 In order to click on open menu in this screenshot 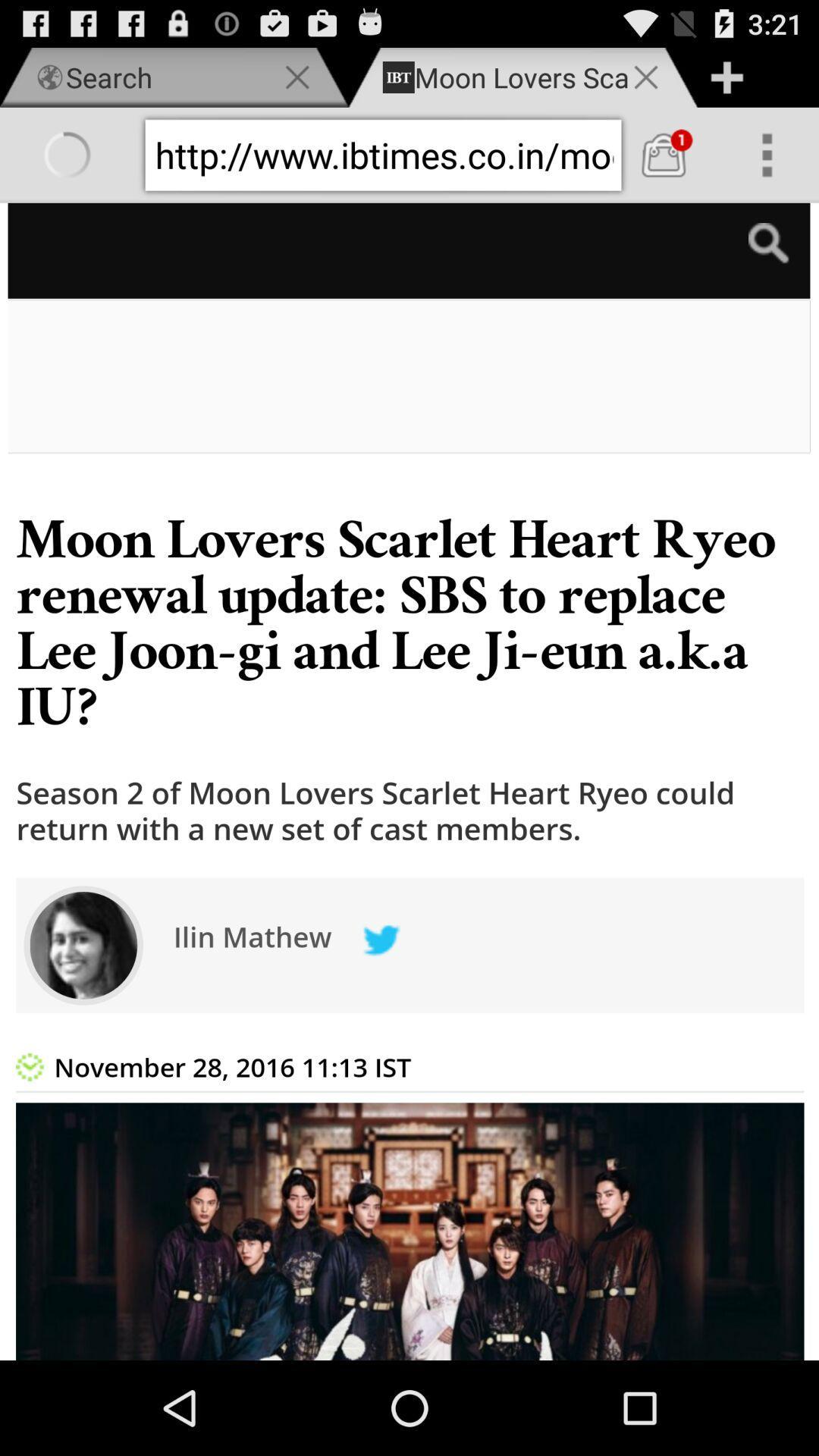, I will do `click(767, 155)`.